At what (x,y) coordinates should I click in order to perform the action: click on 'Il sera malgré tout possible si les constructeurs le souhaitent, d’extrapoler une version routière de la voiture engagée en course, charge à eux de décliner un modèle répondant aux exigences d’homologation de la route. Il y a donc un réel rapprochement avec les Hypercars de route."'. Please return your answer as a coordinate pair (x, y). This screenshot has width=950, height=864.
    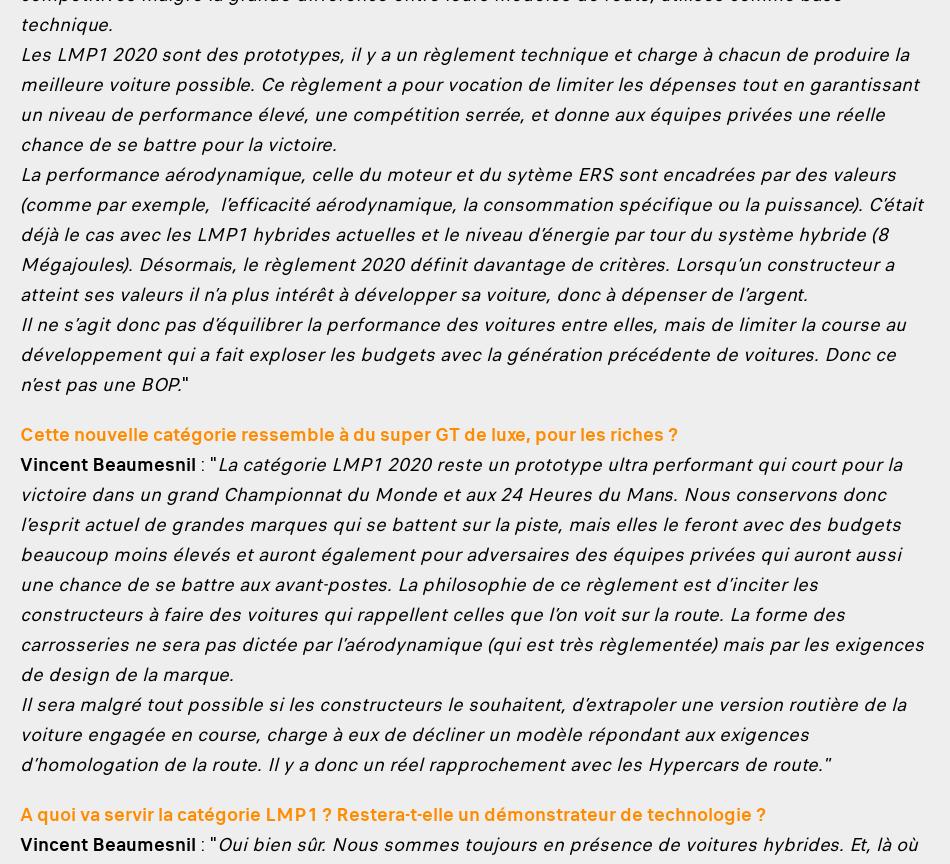
    Looking at the image, I should click on (462, 734).